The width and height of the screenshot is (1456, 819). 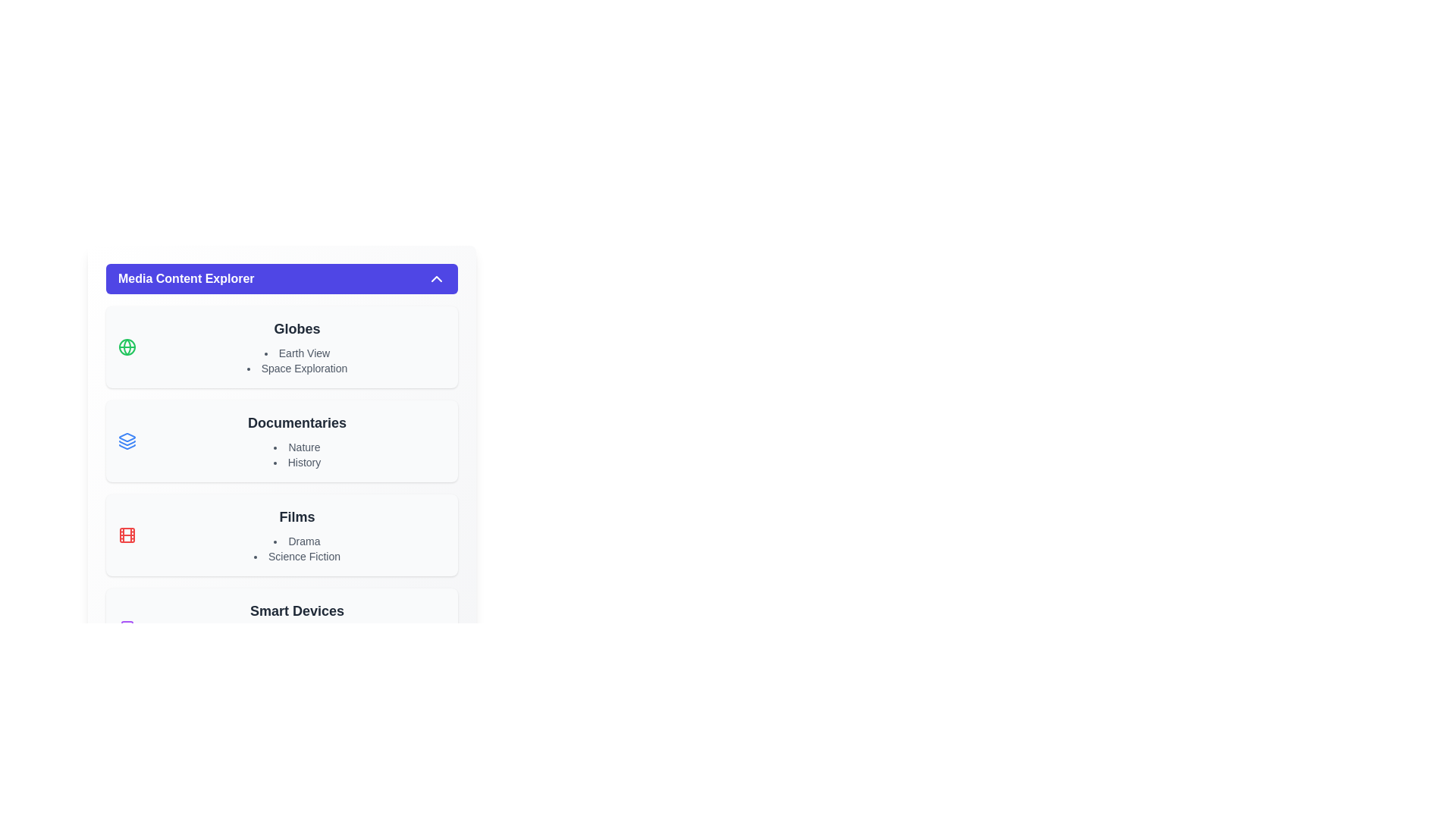 What do you see at coordinates (297, 556) in the screenshot?
I see `the bullet point item labeled 'Science Fiction' in the Films category, which is styled with a disc marker and is gray in color` at bounding box center [297, 556].